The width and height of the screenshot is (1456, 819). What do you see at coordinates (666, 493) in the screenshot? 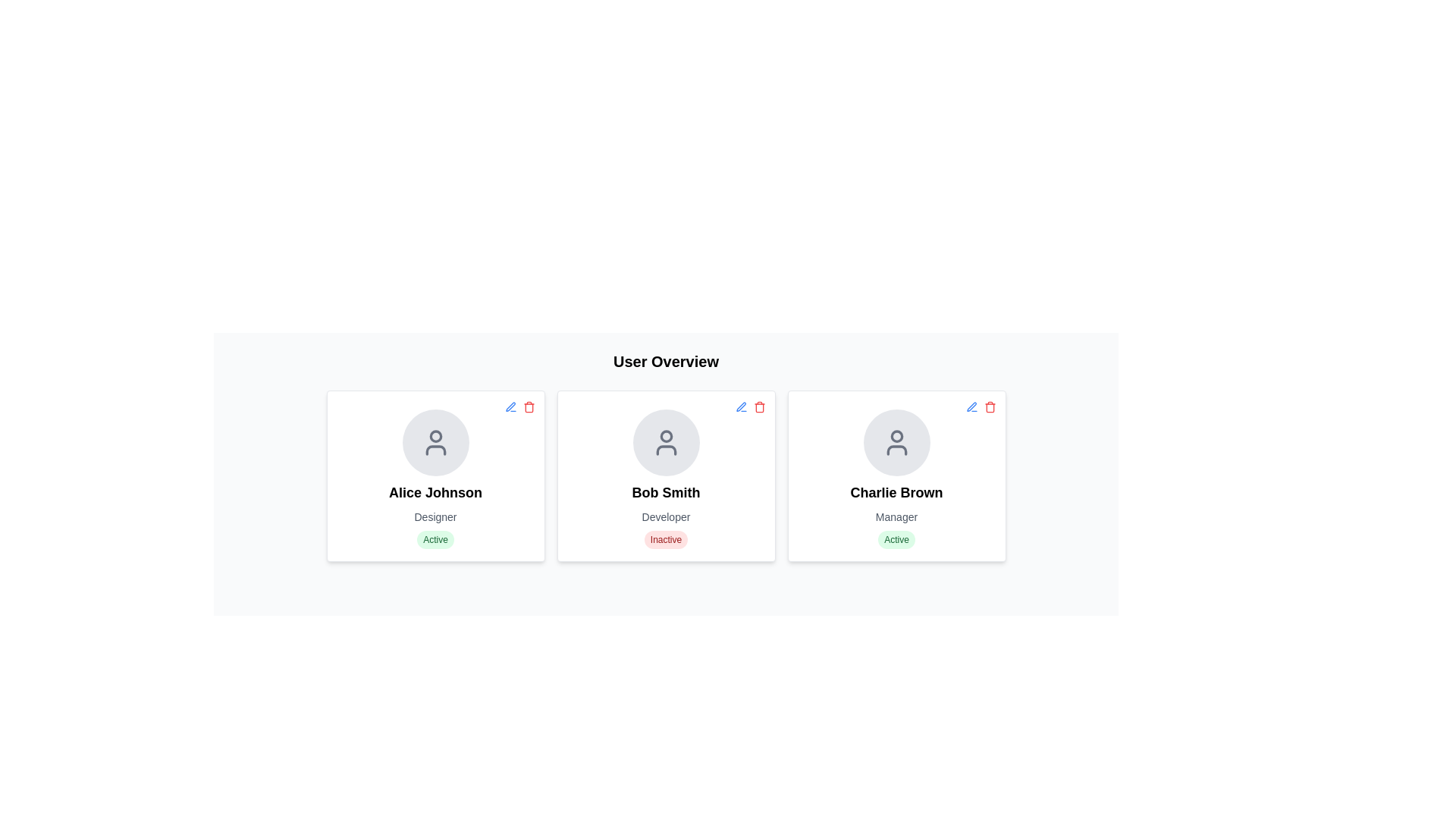
I see `the text label that displays the name of the individual in the middle card of a three-card layout, positioned below the avatar icon and above the designation 'Developer'` at bounding box center [666, 493].